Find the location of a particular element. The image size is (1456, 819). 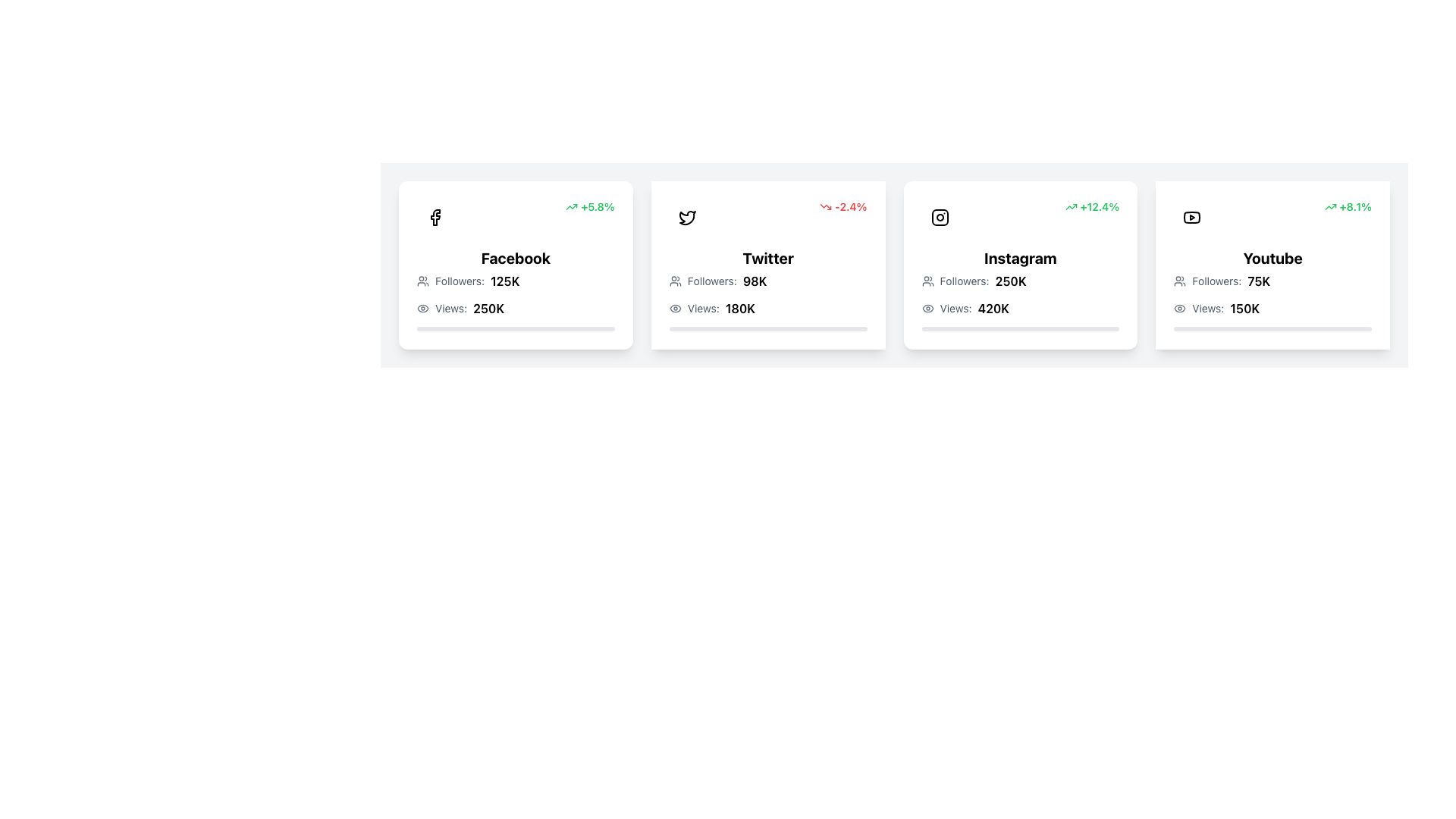

the 'Followers:' text label, which is styled in gray and located within the YouTube card, positioned above the numerical follower count '75K' is located at coordinates (1216, 281).